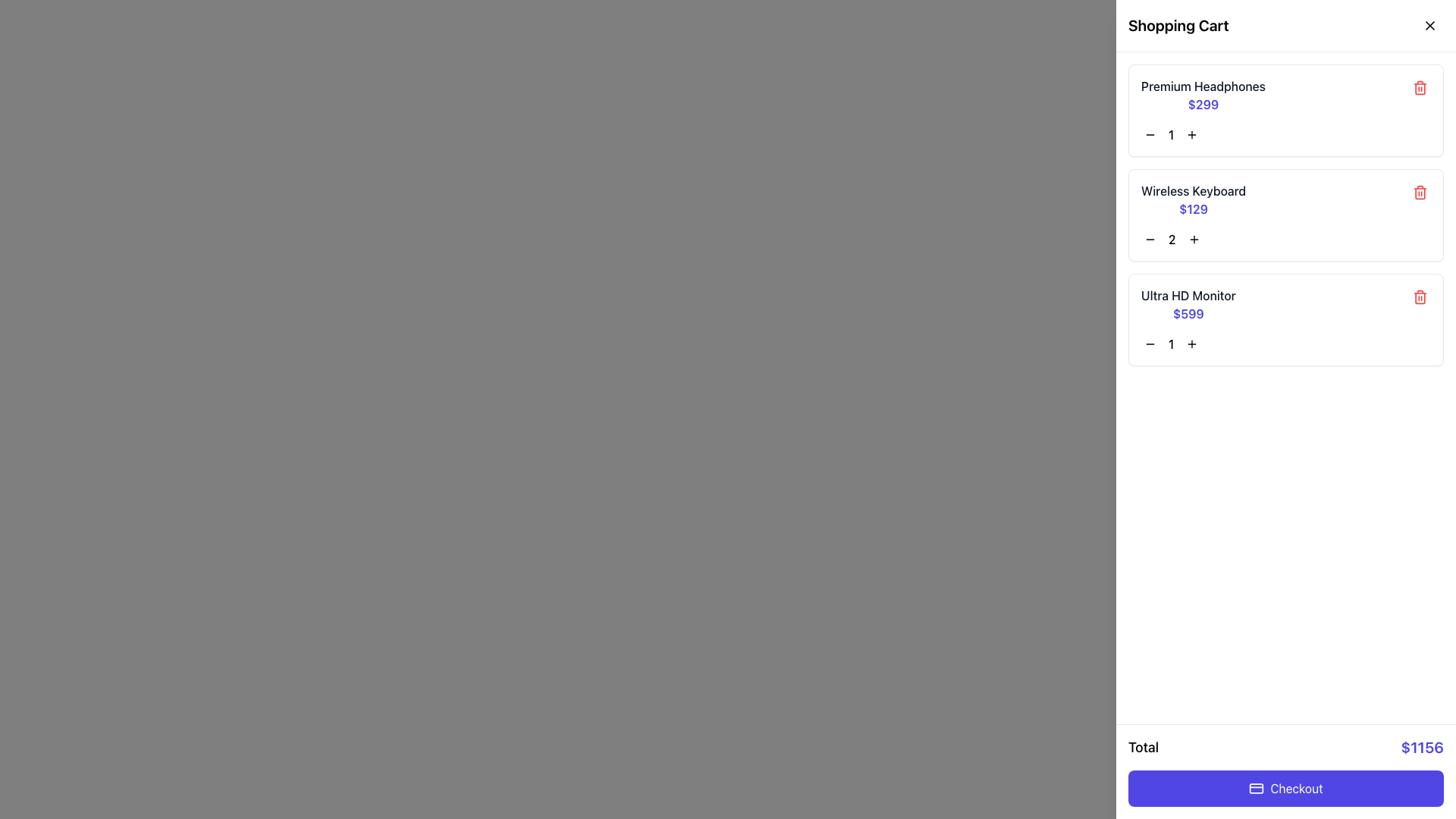 The height and width of the screenshot is (819, 1456). I want to click on the trash can icon, which is a red icon indicating a delete action, located in the top-right corner of the shopping cart item section, so click(1419, 89).